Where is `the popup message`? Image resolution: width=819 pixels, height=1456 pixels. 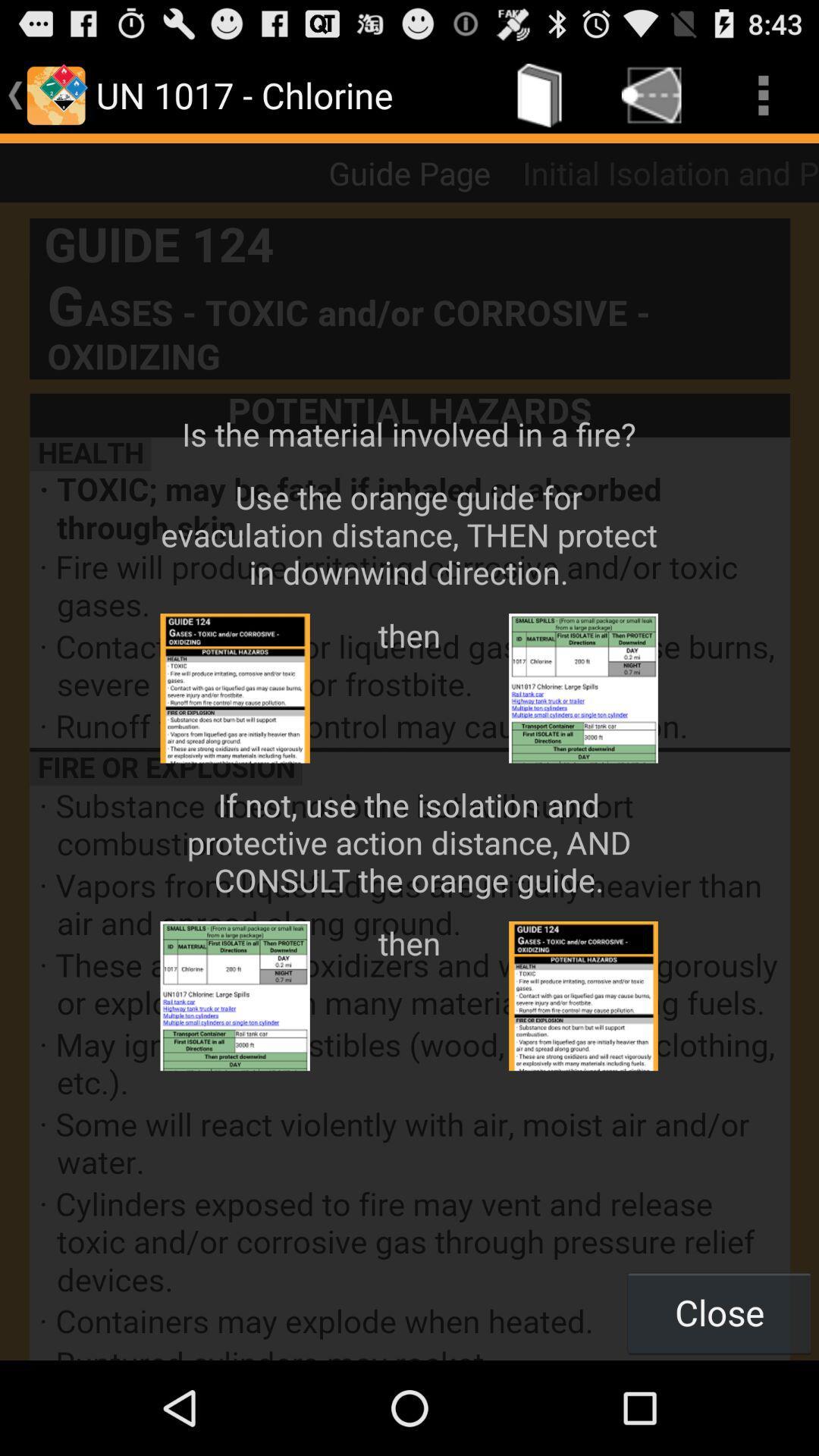
the popup message is located at coordinates (409, 781).